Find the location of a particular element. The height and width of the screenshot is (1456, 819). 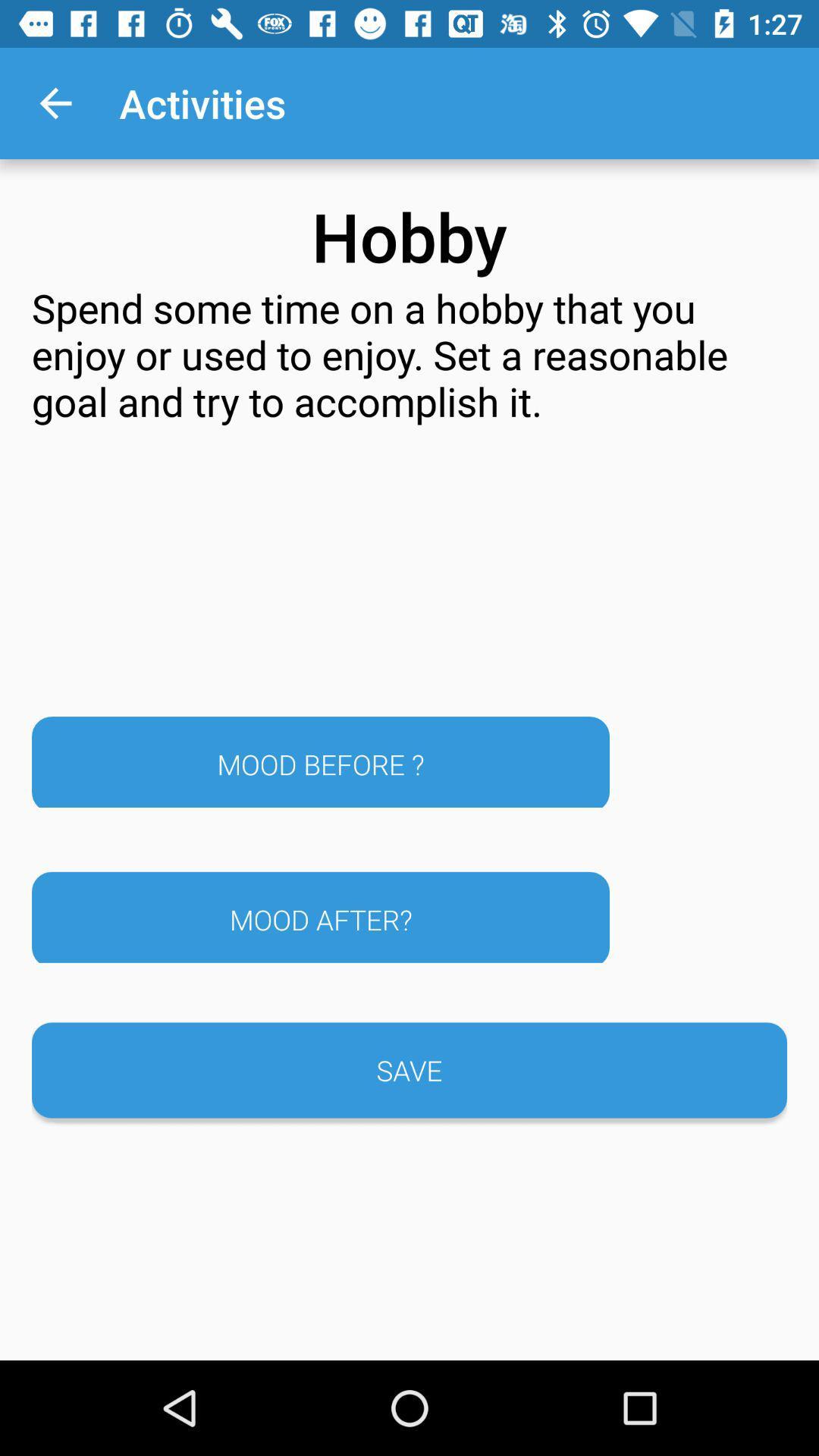

the save button is located at coordinates (409, 1069).